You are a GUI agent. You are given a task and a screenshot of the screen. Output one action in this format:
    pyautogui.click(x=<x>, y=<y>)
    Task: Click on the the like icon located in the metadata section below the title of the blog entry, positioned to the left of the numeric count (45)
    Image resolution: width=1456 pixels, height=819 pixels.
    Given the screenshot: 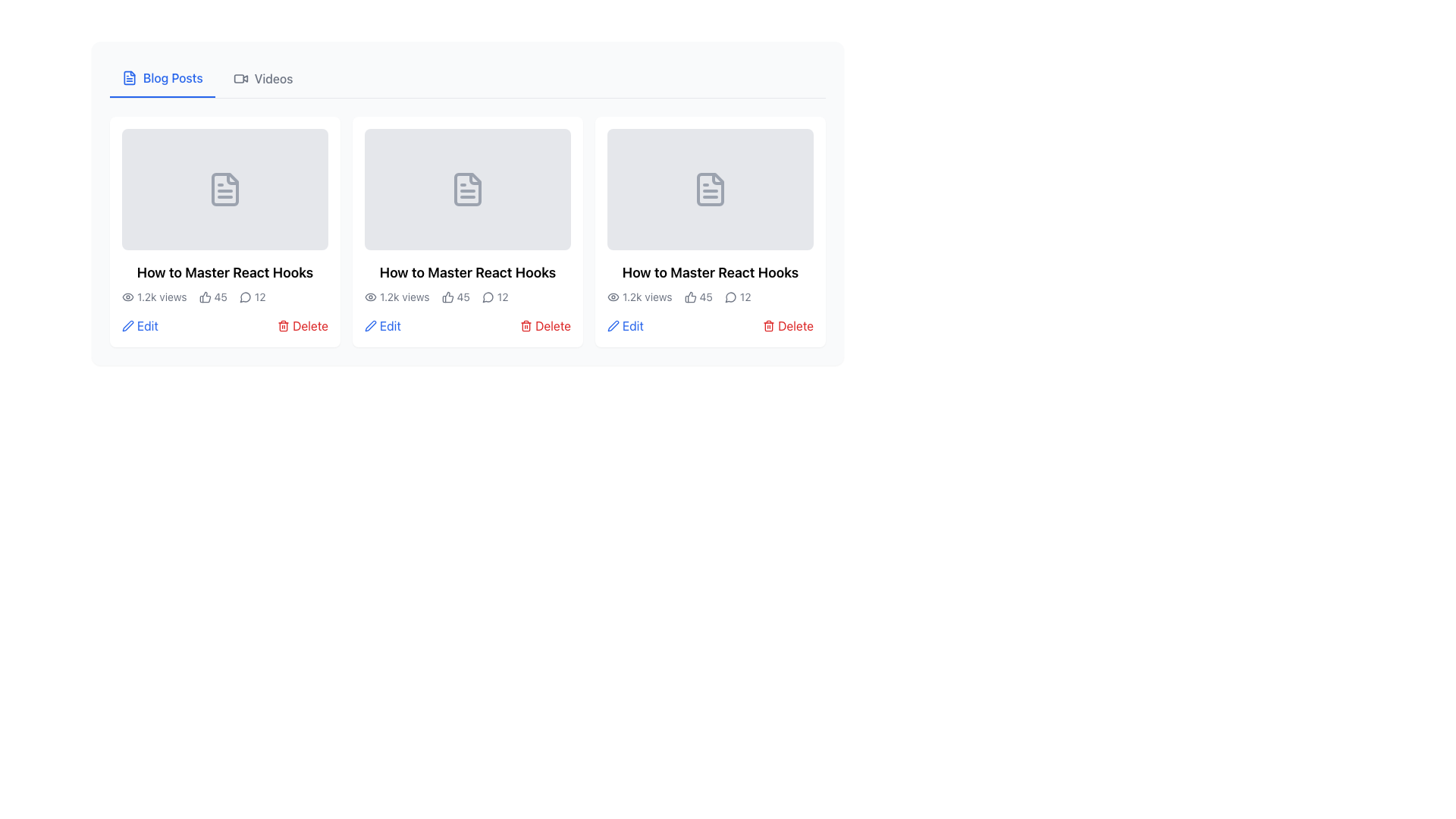 What is the action you would take?
    pyautogui.click(x=689, y=297)
    